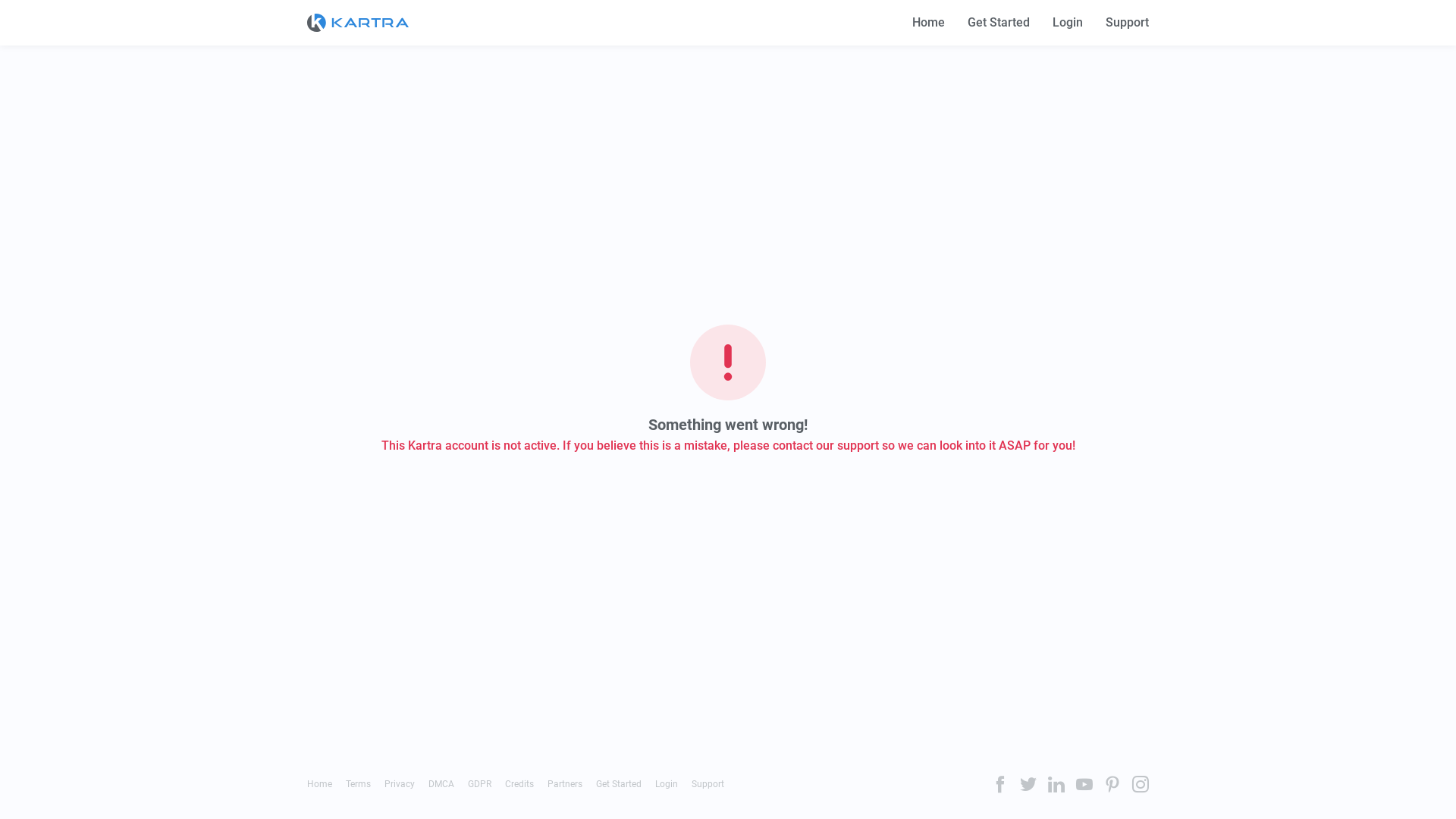 The width and height of the screenshot is (1456, 819). Describe the element at coordinates (479, 783) in the screenshot. I see `'GDPR'` at that location.